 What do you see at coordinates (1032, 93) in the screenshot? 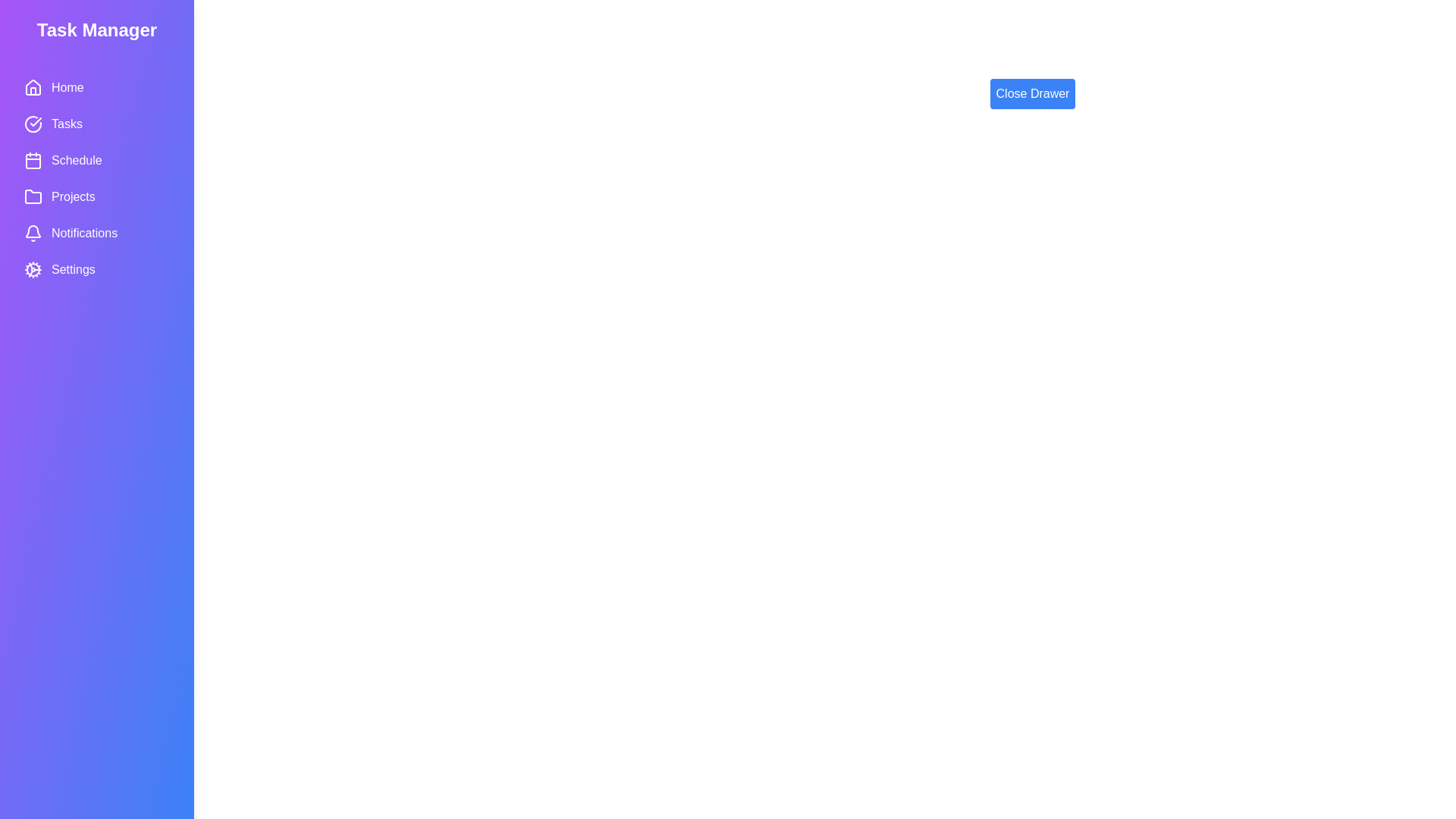
I see `the 'Close Drawer' button to toggle the visibility of the drawer` at bounding box center [1032, 93].